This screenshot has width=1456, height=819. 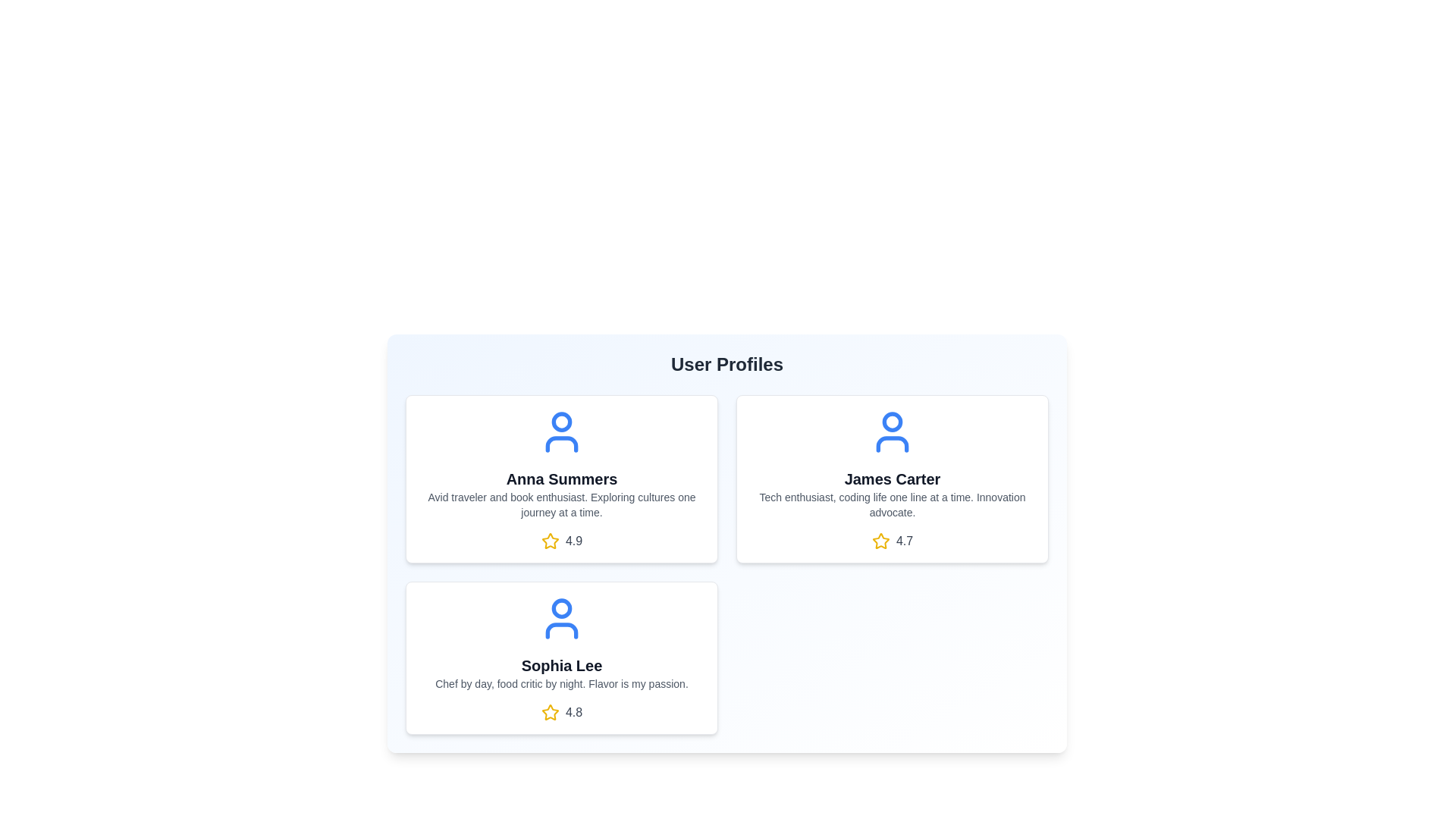 I want to click on the bio text of the user card for James Carter, so click(x=892, y=505).